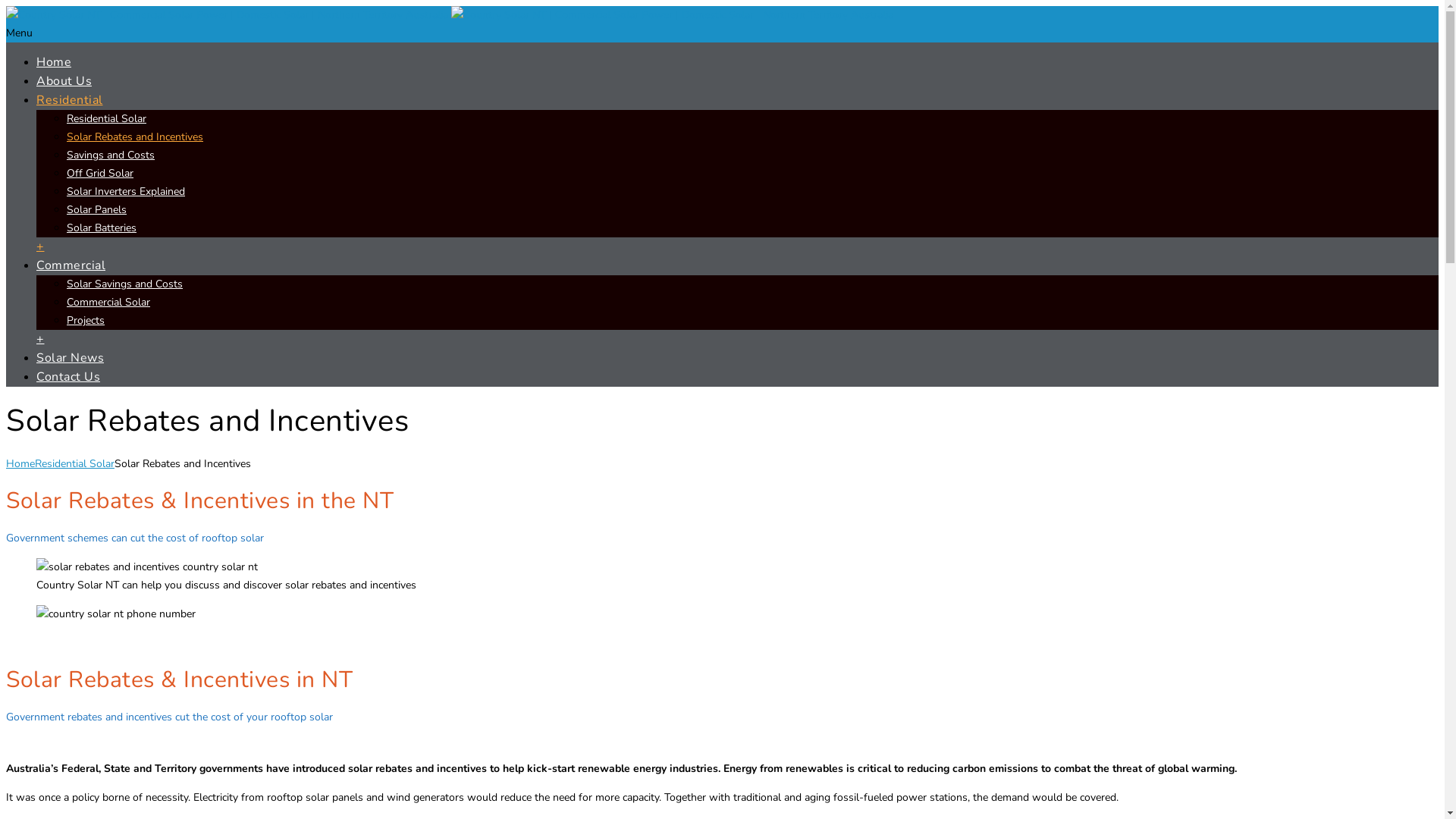 Image resolution: width=1456 pixels, height=819 pixels. What do you see at coordinates (109, 155) in the screenshot?
I see `'Savings and Costs'` at bounding box center [109, 155].